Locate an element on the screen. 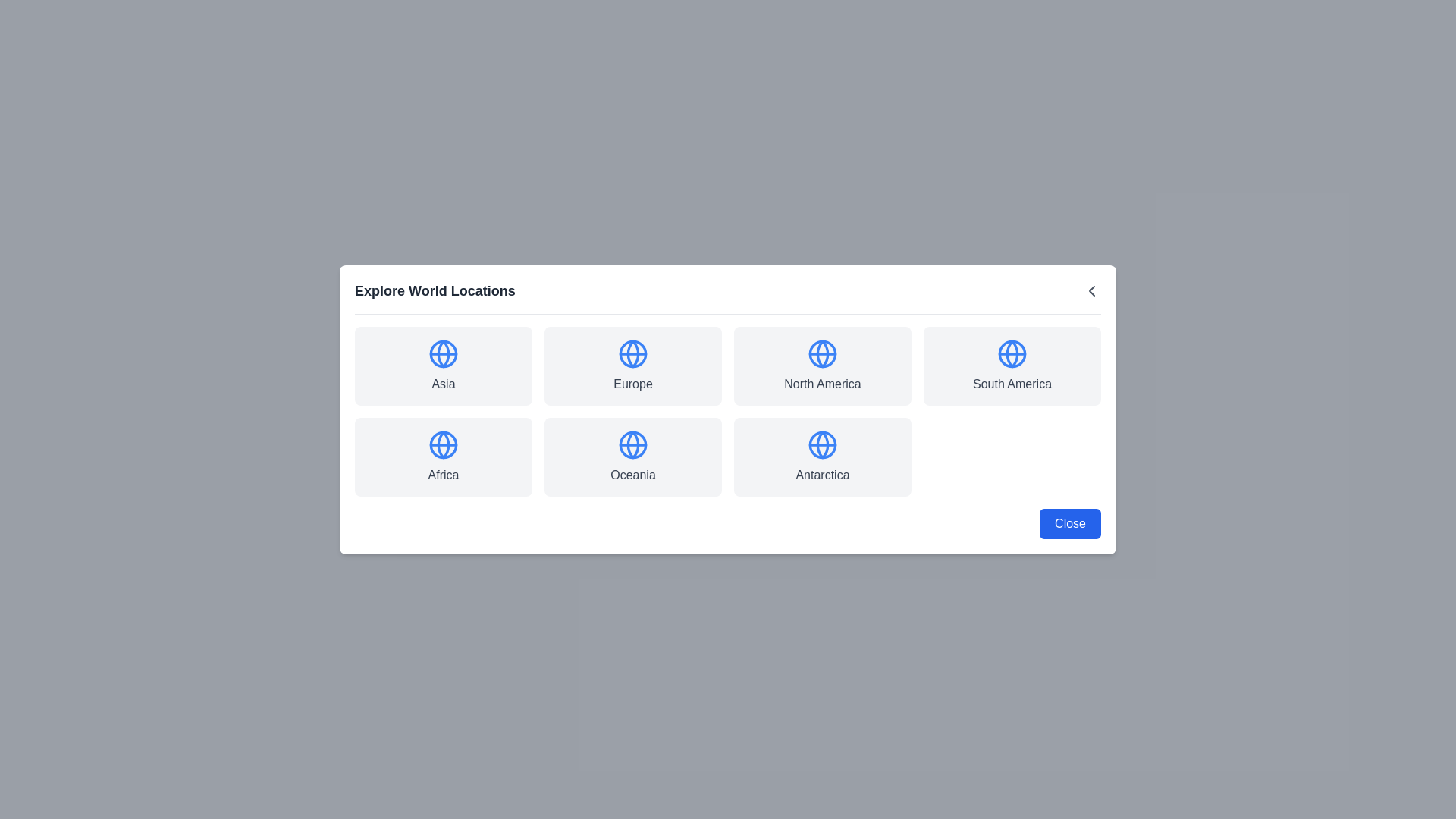 This screenshot has width=1456, height=819. the location South America is located at coordinates (1012, 366).